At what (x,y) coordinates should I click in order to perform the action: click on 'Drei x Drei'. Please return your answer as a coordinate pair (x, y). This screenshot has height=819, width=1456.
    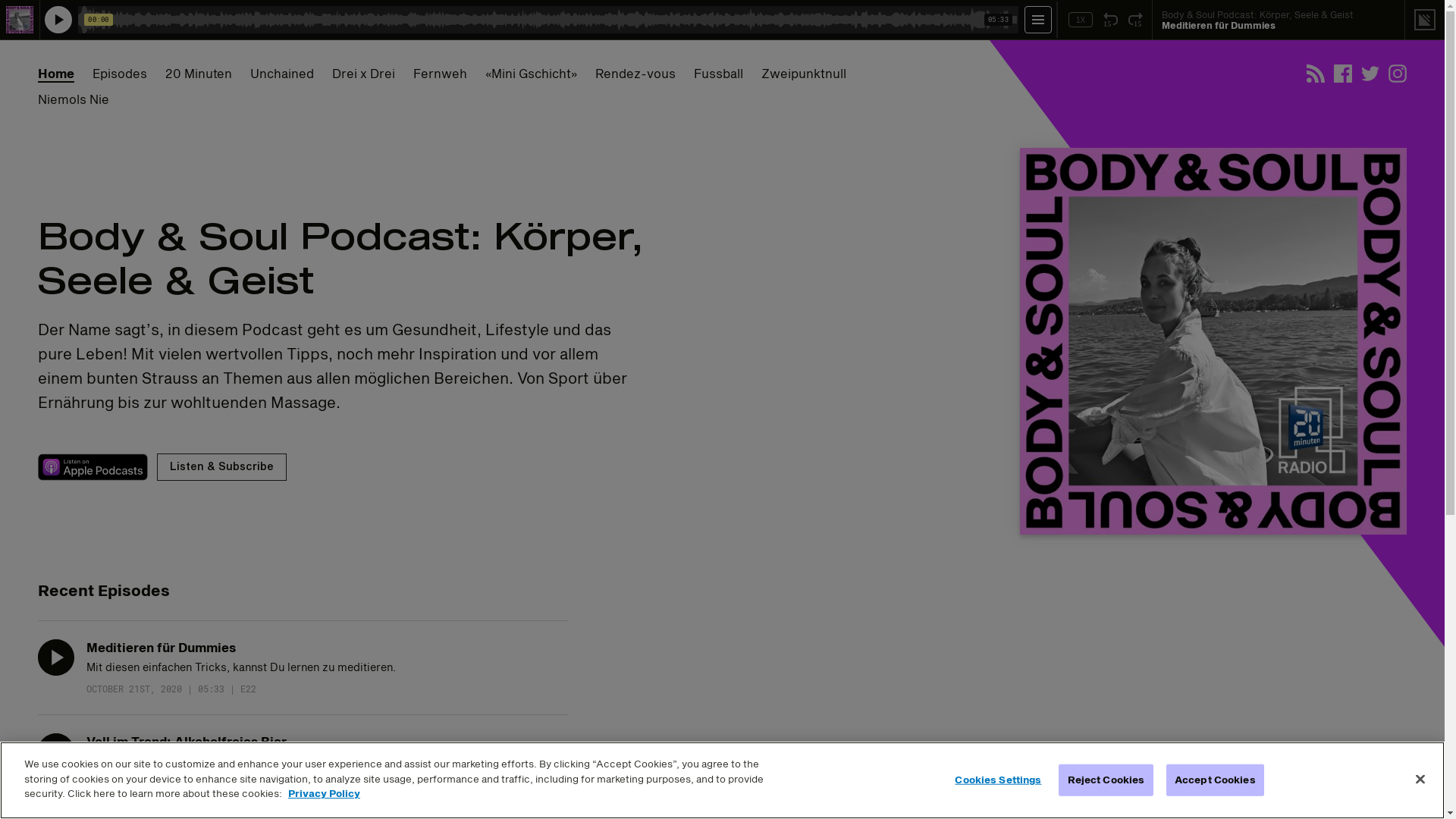
    Looking at the image, I should click on (362, 73).